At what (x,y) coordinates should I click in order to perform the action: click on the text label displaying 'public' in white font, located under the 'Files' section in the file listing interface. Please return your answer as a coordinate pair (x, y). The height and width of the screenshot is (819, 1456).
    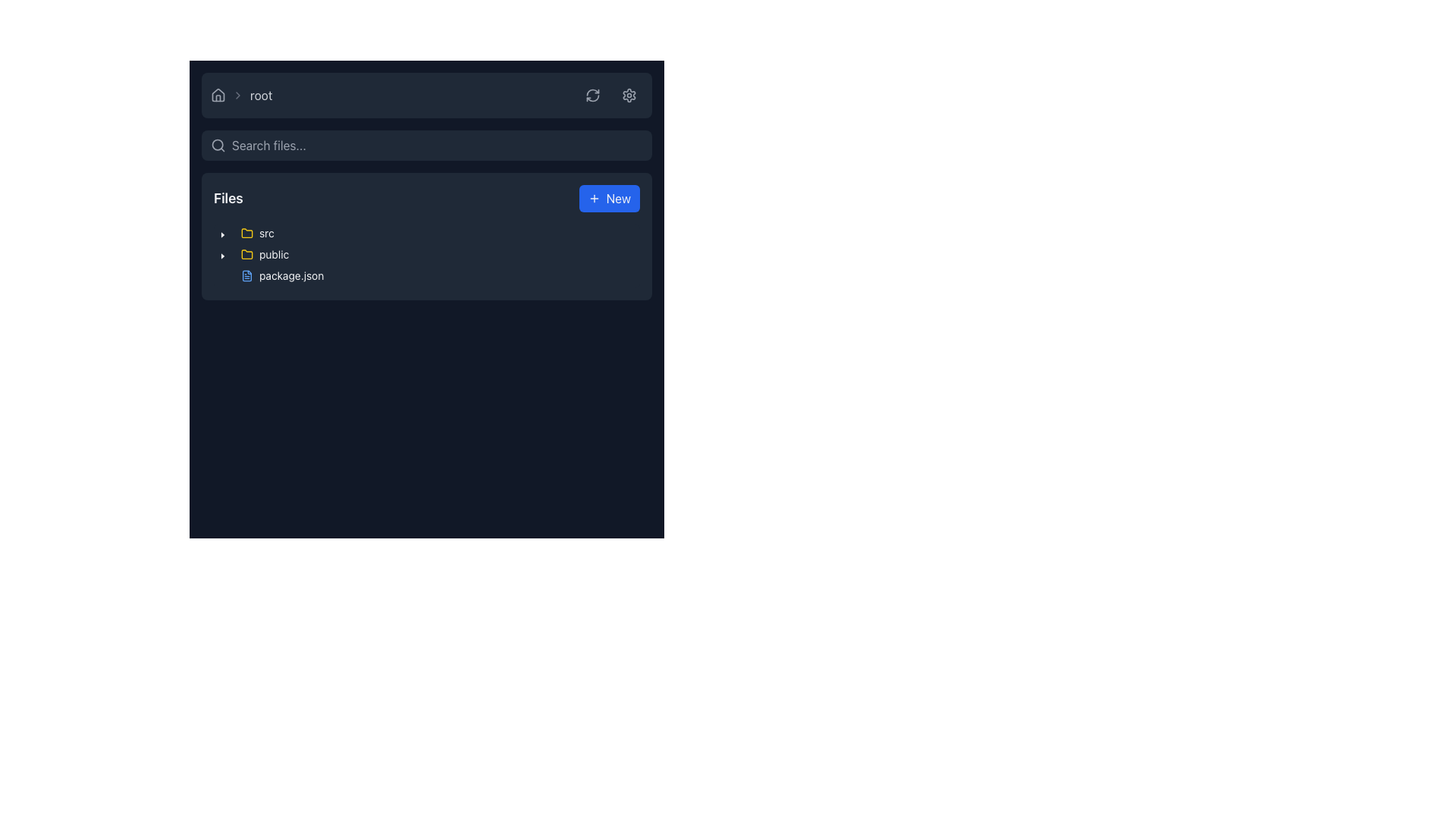
    Looking at the image, I should click on (274, 253).